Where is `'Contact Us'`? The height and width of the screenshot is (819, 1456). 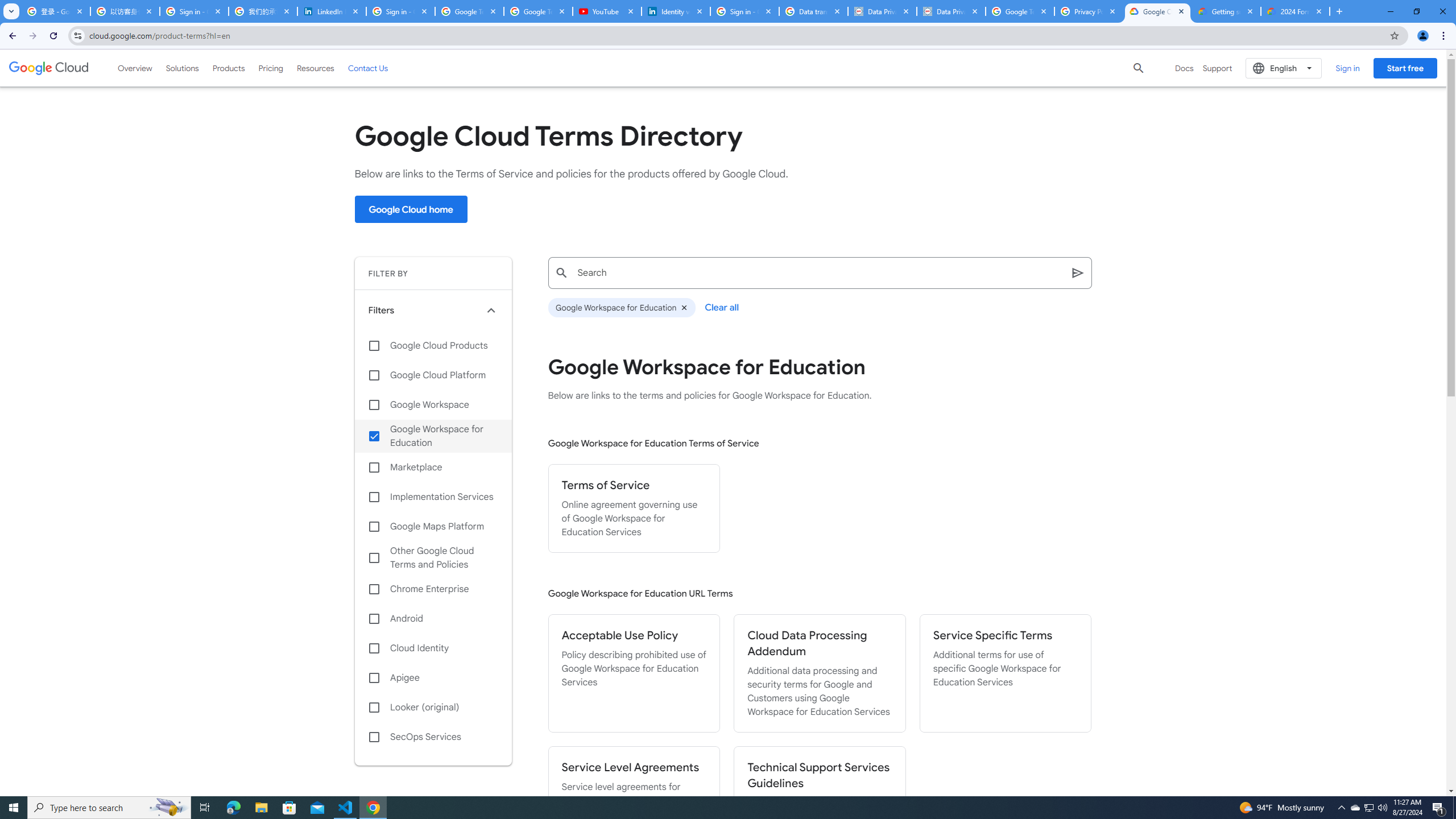
'Contact Us' is located at coordinates (368, 68).